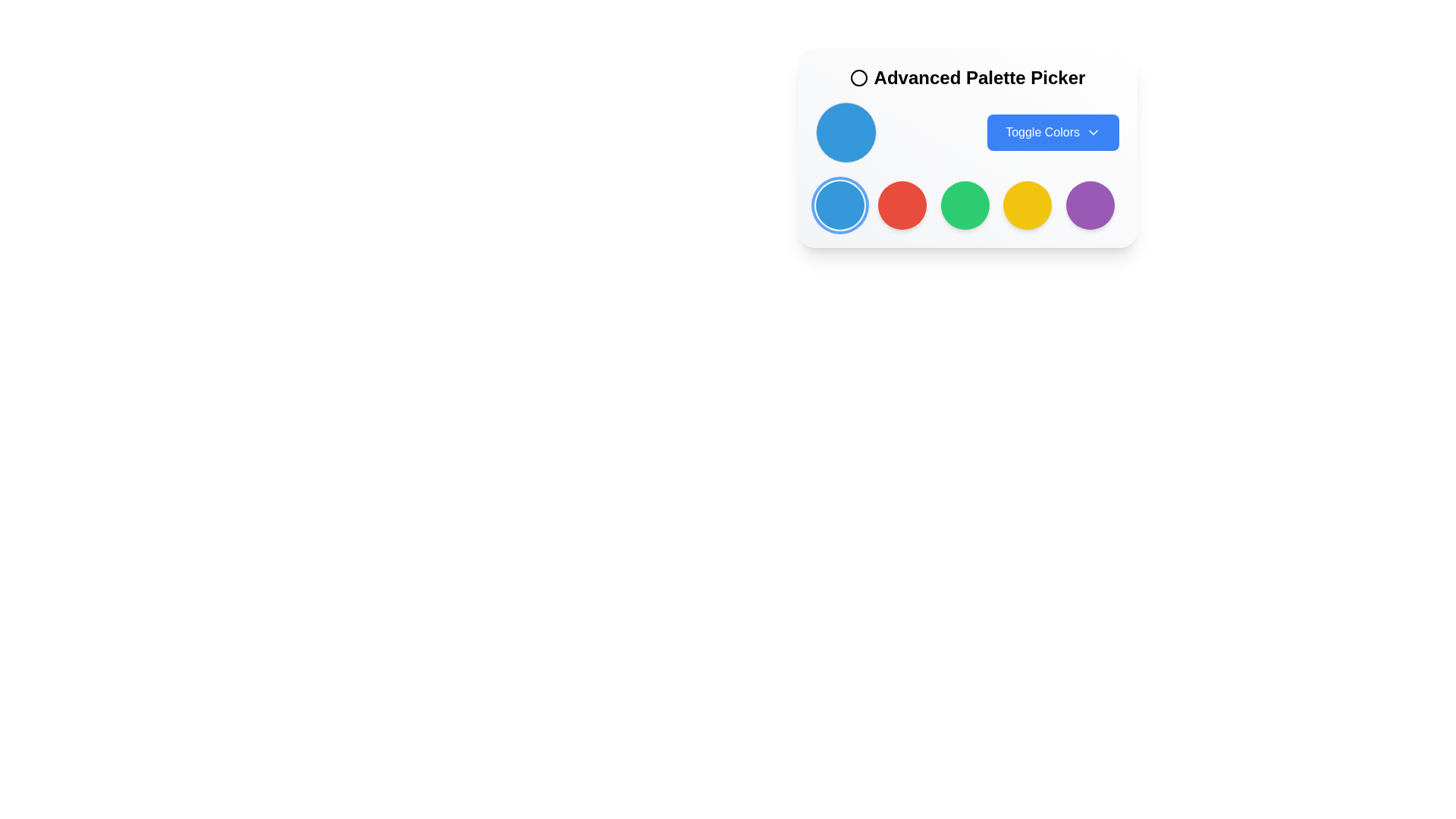 The height and width of the screenshot is (819, 1456). Describe the element at coordinates (1093, 131) in the screenshot. I see `the downward chevron icon located at the right end of the 'Toggle Colors' button in the upper-right corner of the interface` at that location.